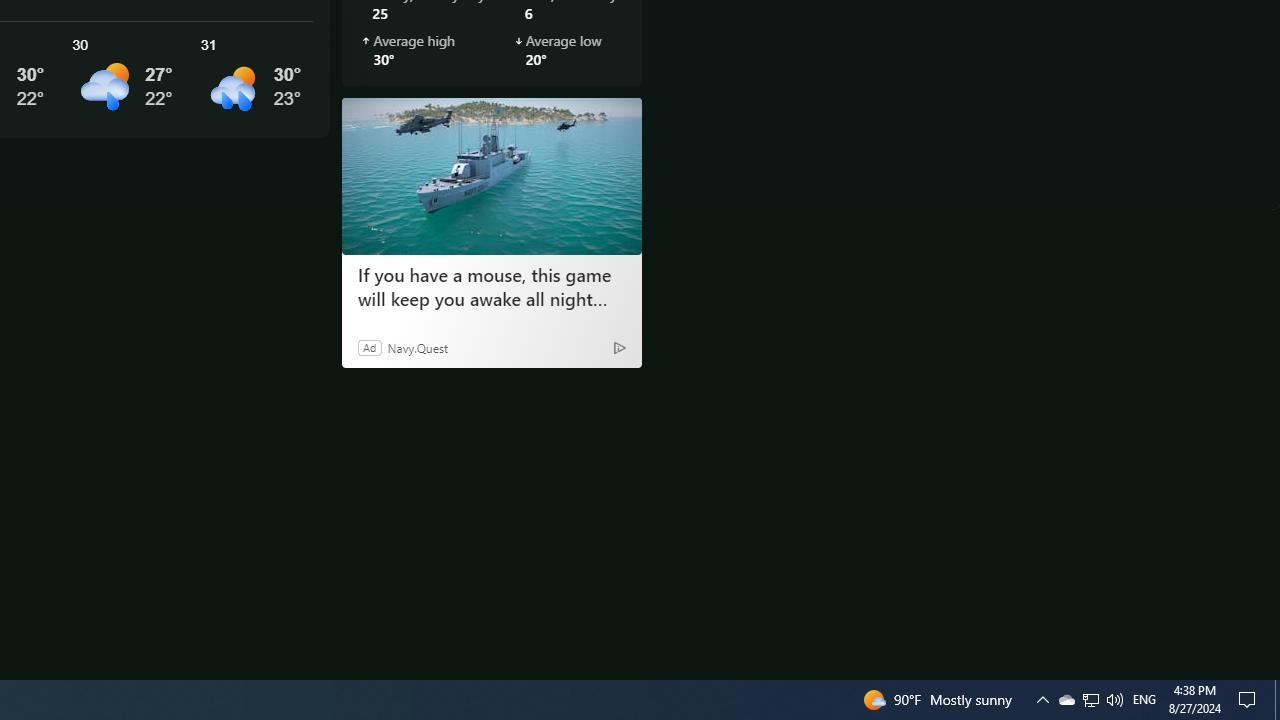 This screenshot has height=720, width=1280. What do you see at coordinates (1090, 698) in the screenshot?
I see `'Tray Input Indicator - English (United States)'` at bounding box center [1090, 698].